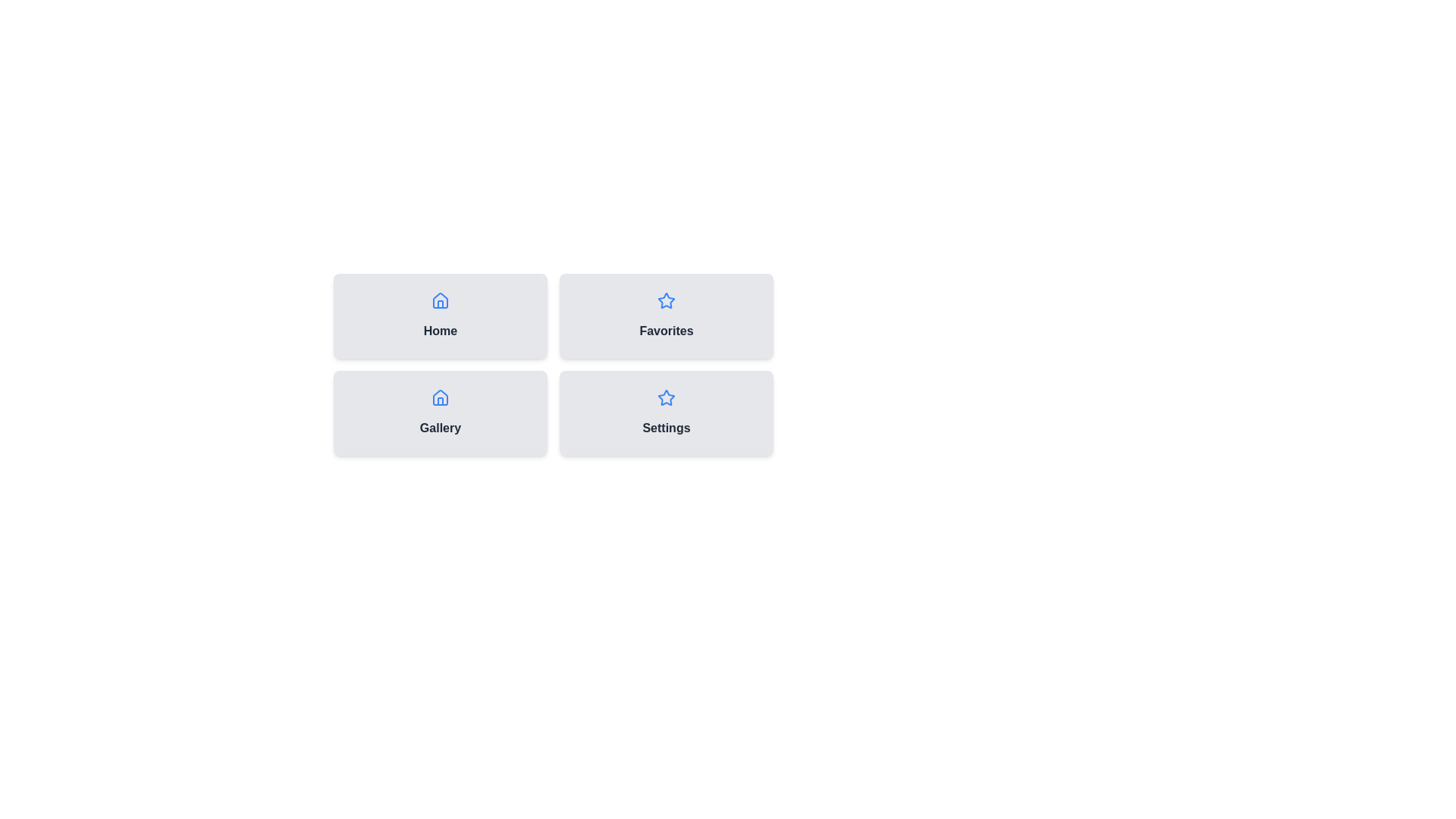 The width and height of the screenshot is (1456, 819). What do you see at coordinates (439, 428) in the screenshot?
I see `the 'Gallery' text label, which is centrally positioned at the bottom of its card and below a blue house icon` at bounding box center [439, 428].